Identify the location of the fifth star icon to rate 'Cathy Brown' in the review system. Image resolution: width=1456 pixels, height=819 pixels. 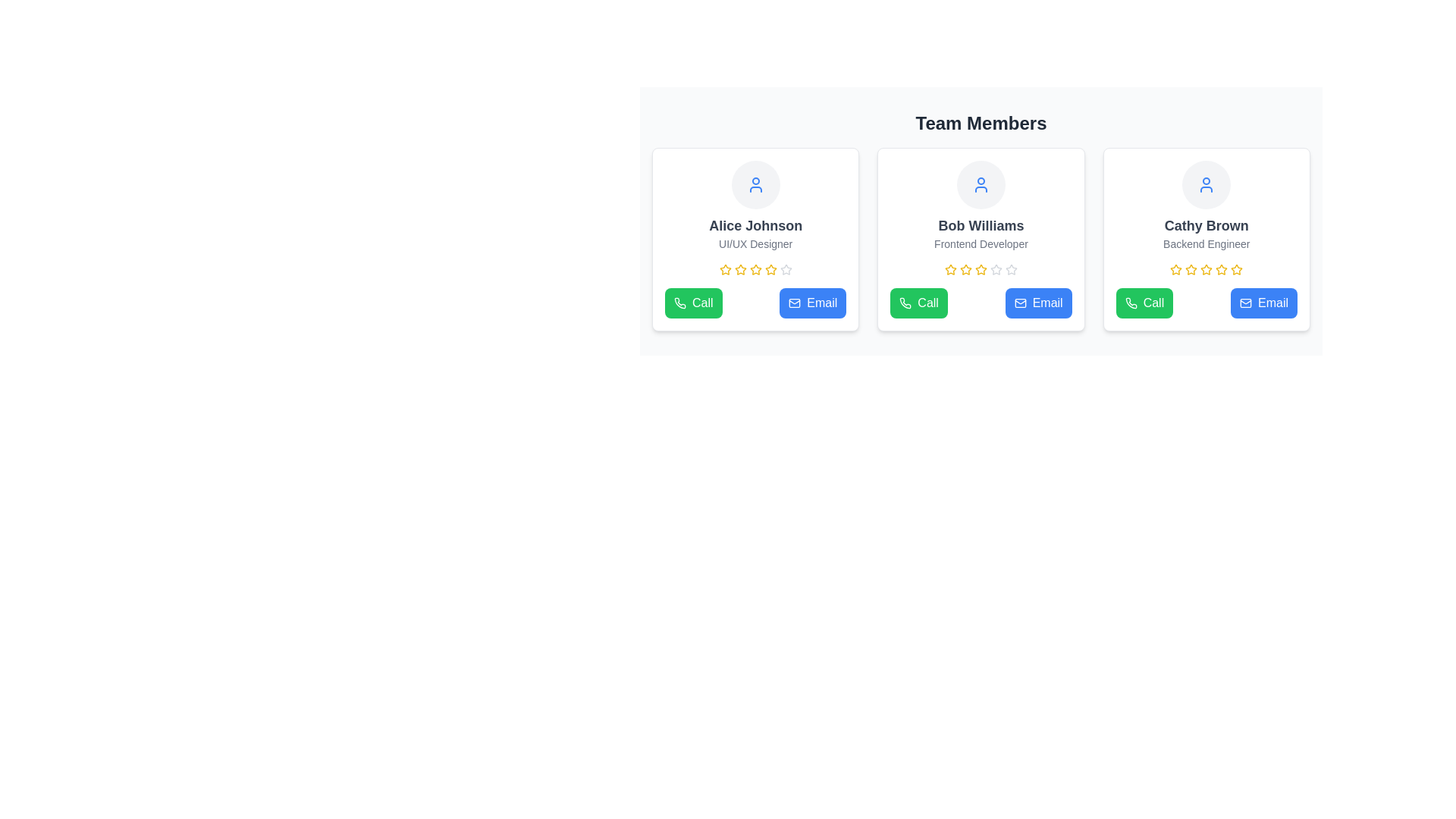
(1237, 268).